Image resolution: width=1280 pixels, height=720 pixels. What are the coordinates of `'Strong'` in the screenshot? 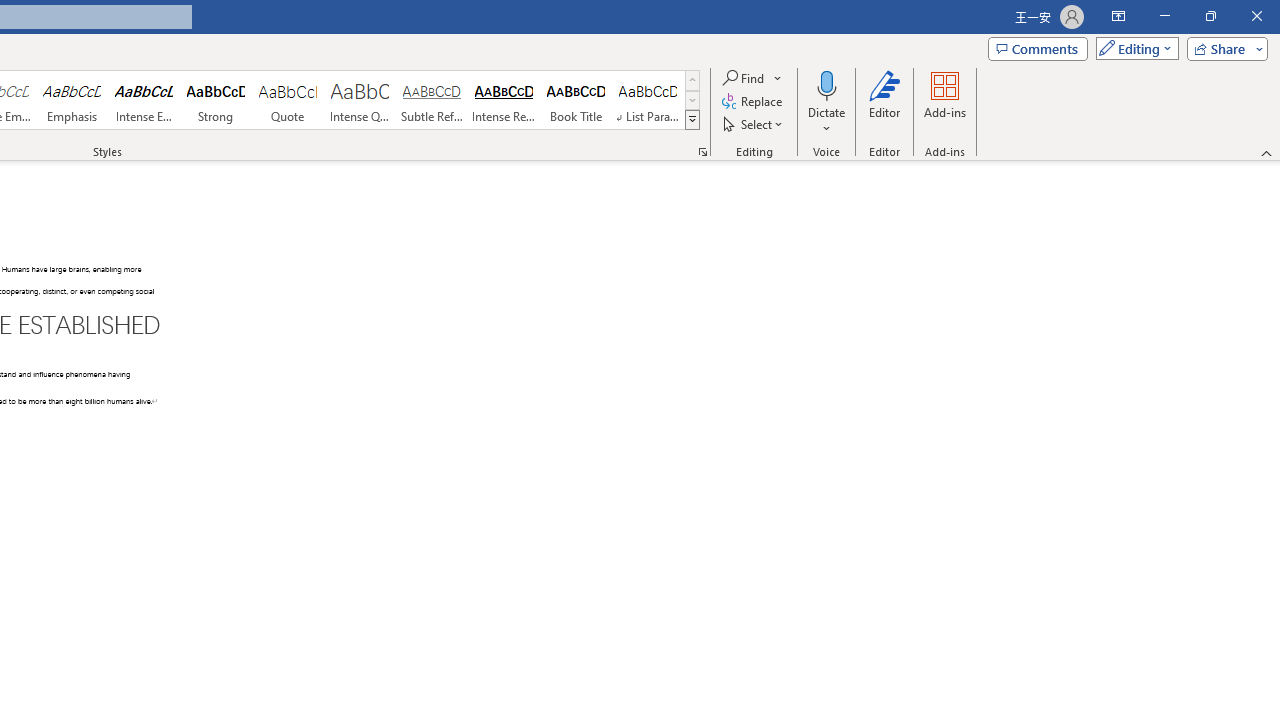 It's located at (216, 100).